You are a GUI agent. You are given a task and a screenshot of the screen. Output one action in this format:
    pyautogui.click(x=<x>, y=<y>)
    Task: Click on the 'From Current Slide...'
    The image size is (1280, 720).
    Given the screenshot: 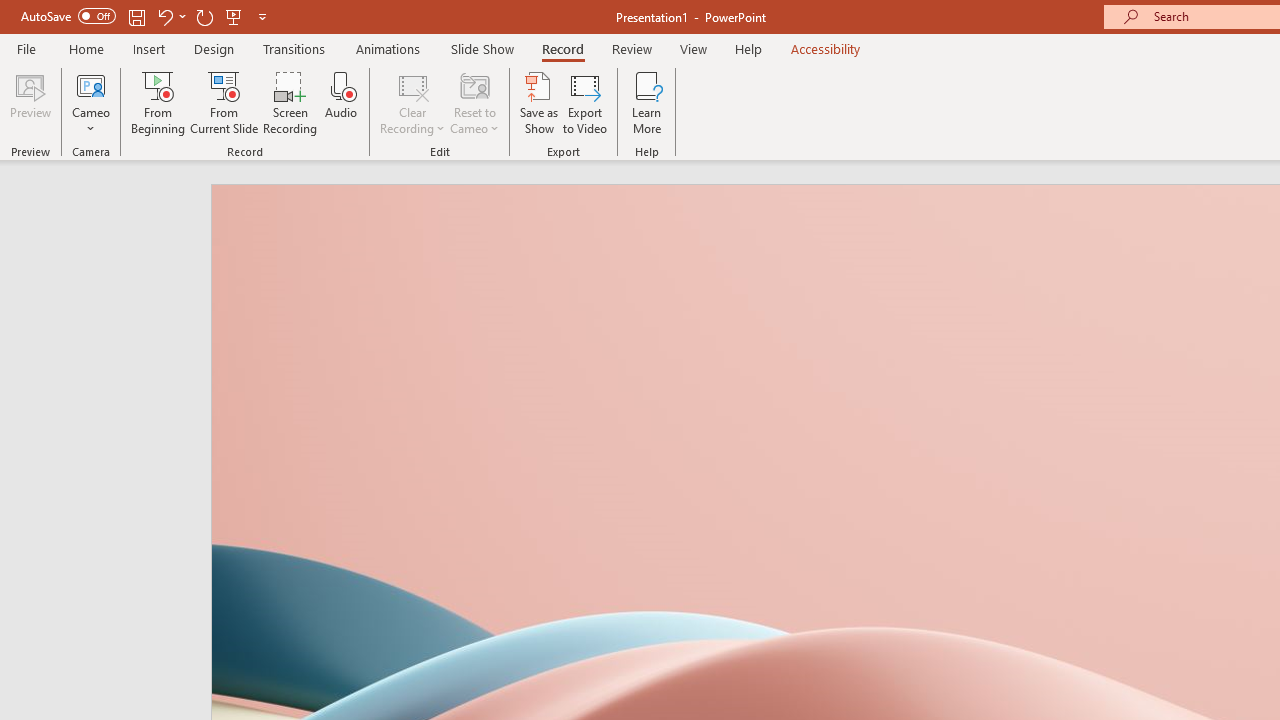 What is the action you would take?
    pyautogui.click(x=224, y=103)
    